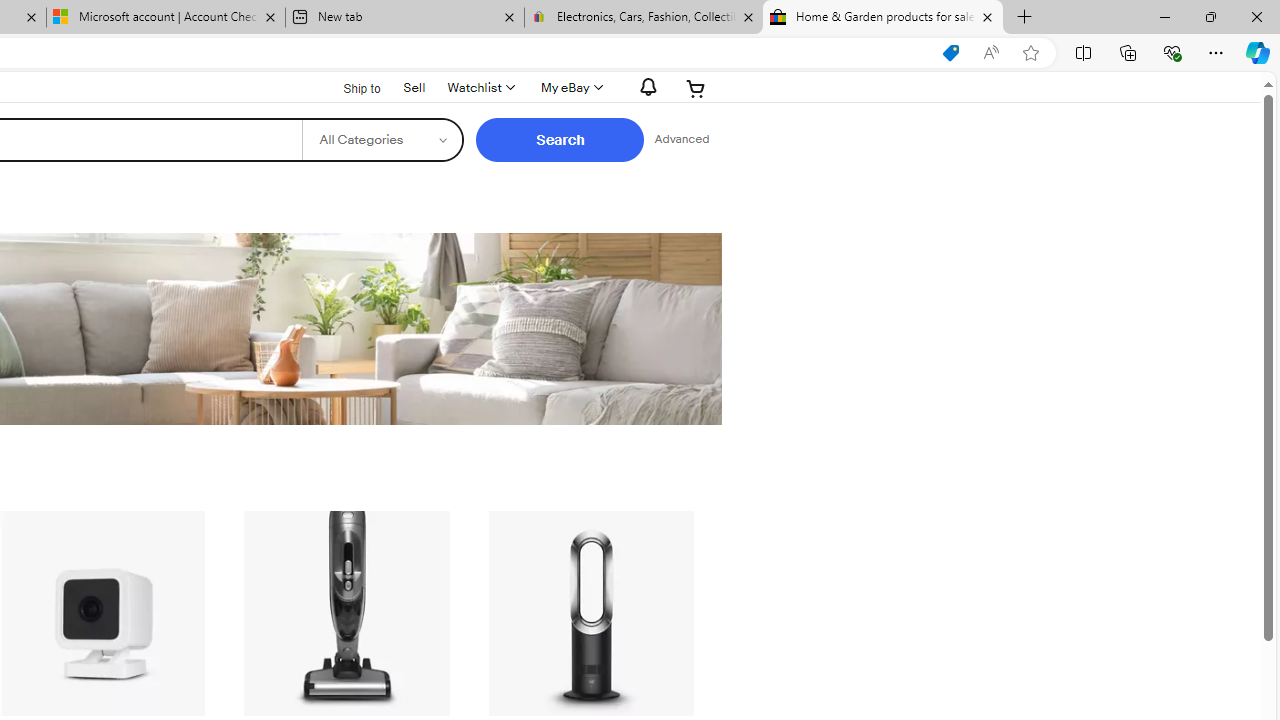  What do you see at coordinates (1171, 51) in the screenshot?
I see `'Browser essentials'` at bounding box center [1171, 51].